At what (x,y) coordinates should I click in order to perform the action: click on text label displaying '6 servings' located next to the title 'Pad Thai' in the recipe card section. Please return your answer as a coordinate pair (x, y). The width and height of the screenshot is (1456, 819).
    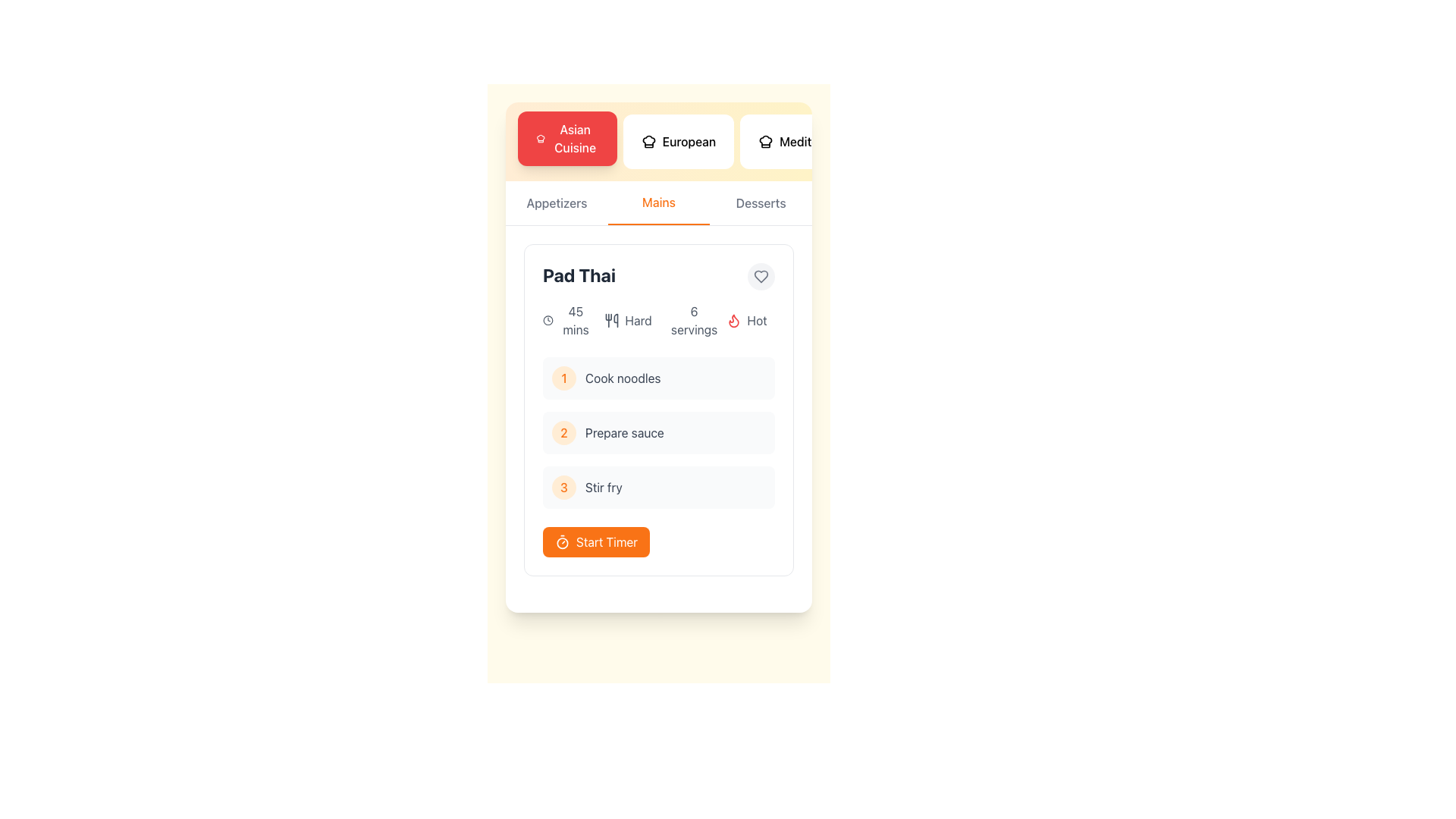
    Looking at the image, I should click on (693, 320).